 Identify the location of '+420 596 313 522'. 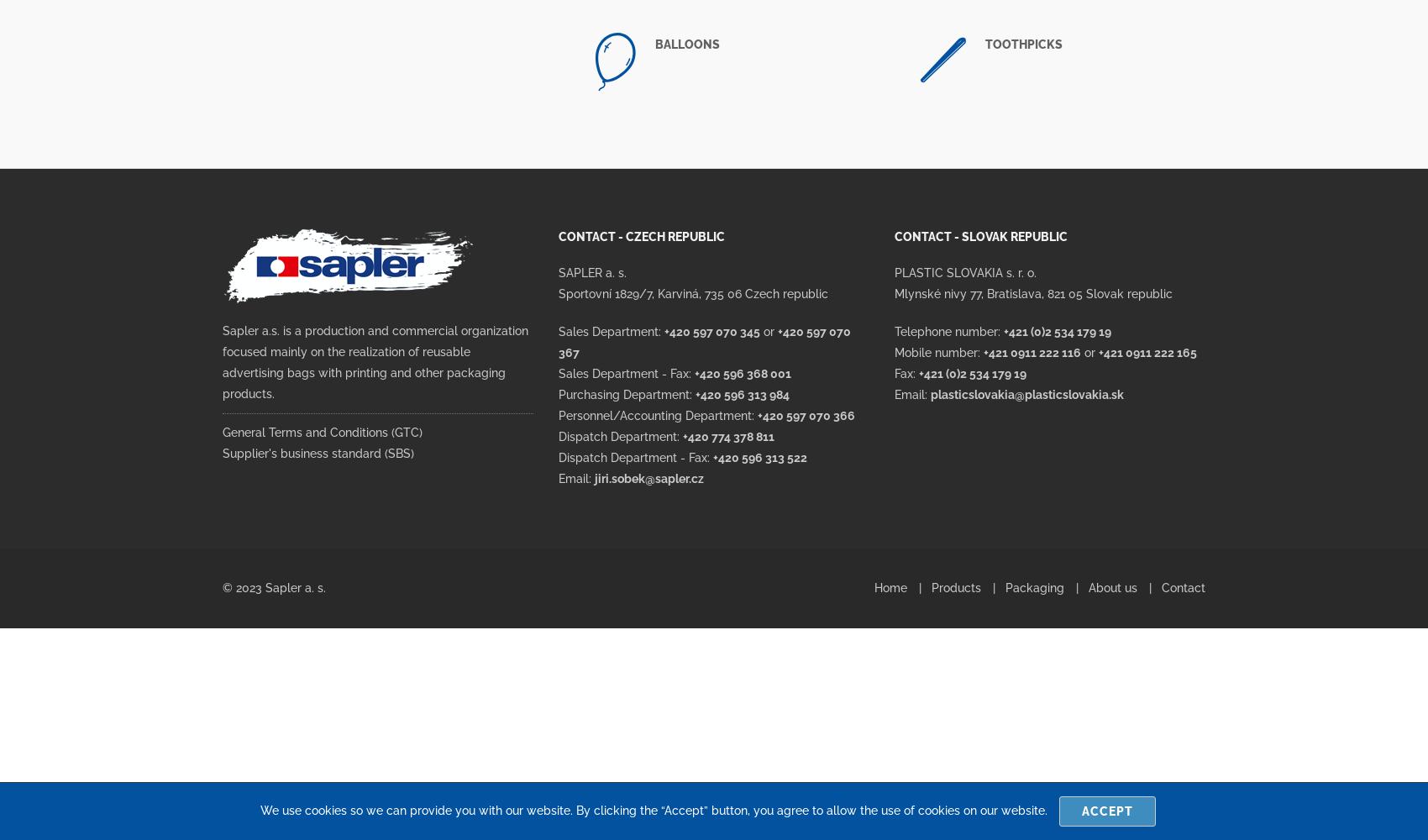
(760, 458).